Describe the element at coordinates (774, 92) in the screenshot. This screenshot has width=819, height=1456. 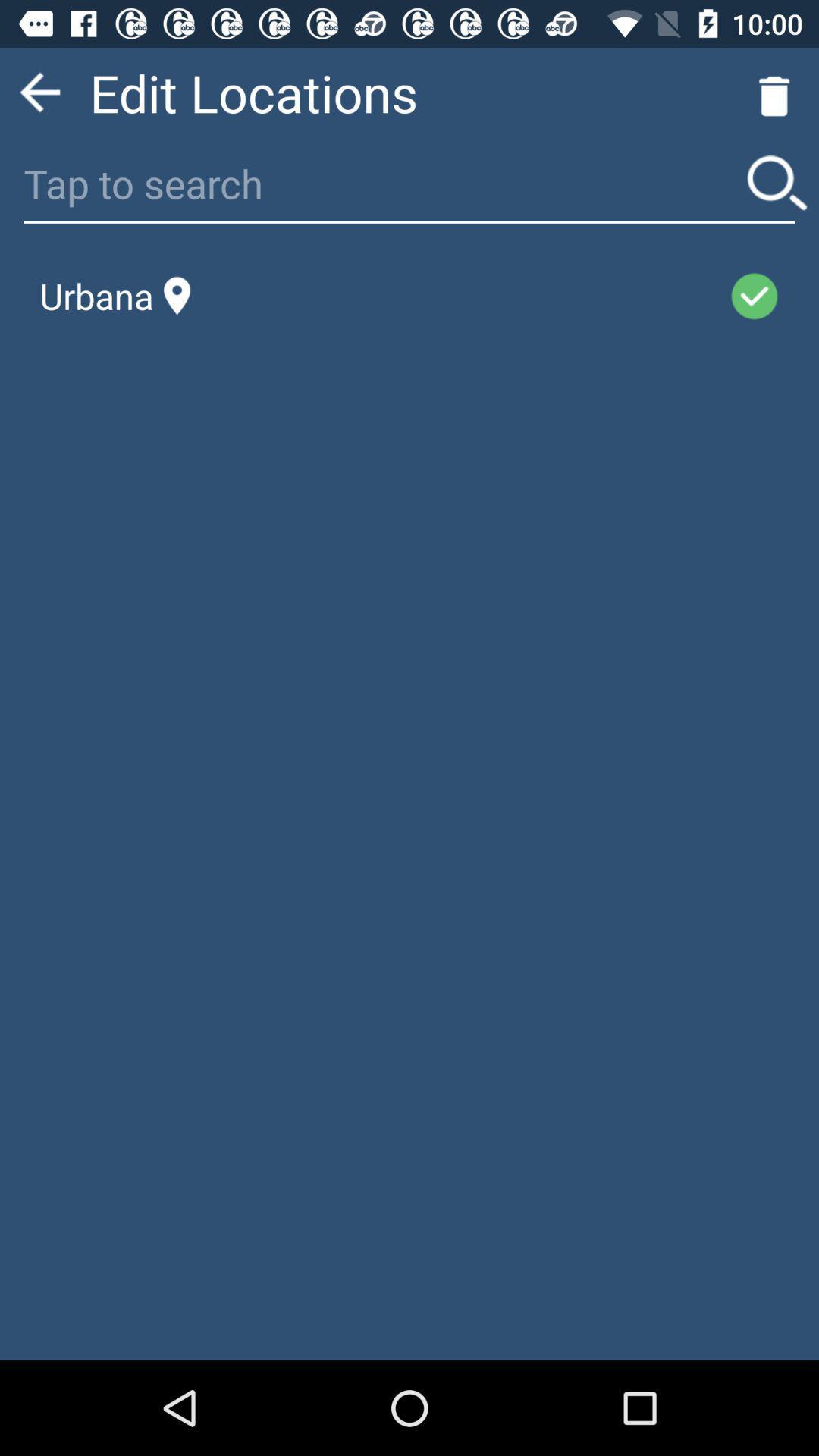
I see `delete` at that location.